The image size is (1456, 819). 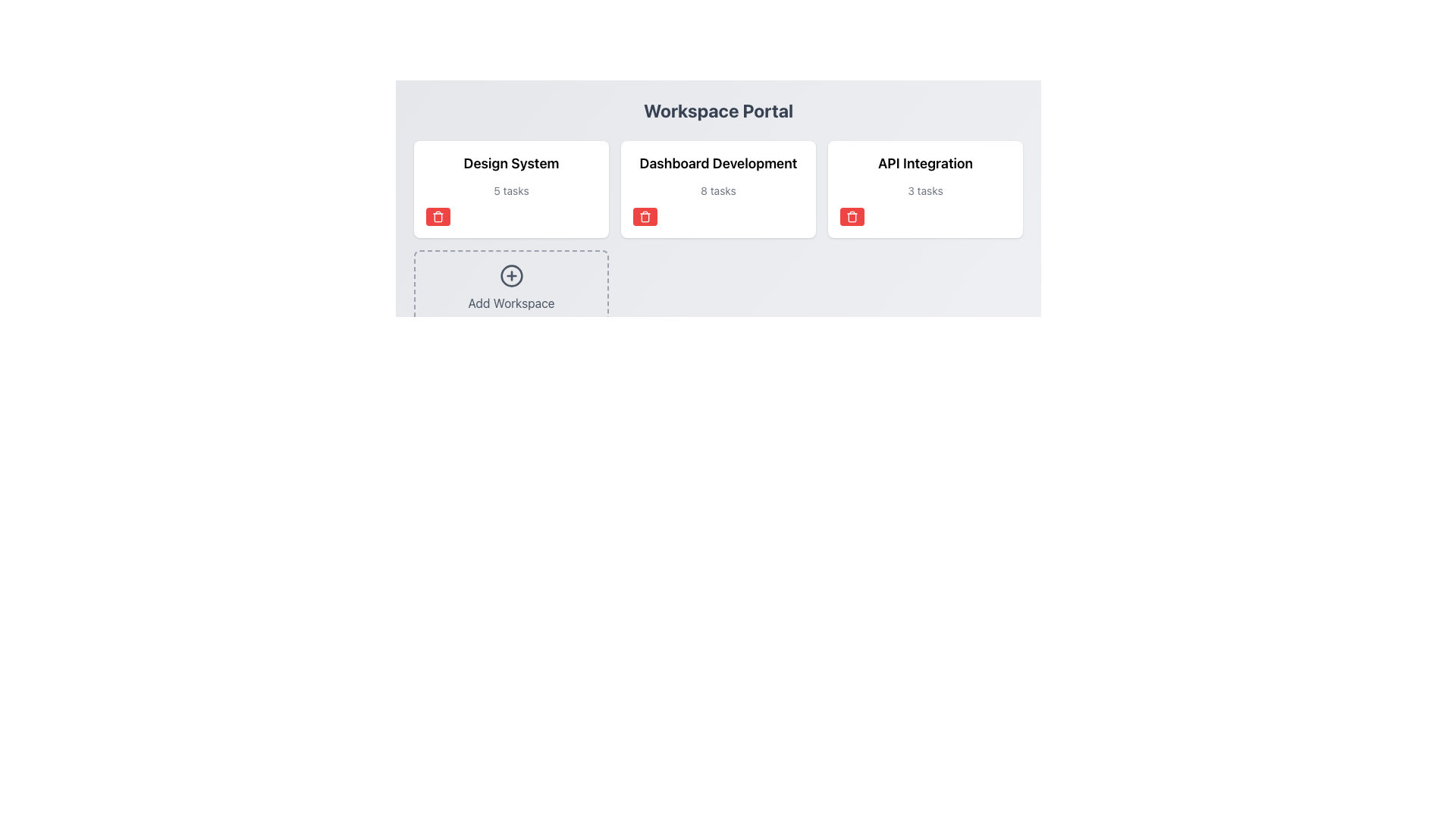 What do you see at coordinates (924, 190) in the screenshot?
I see `the text label displaying '3 tasks', which is styled in gray and positioned beneath the 'API Integration' header` at bounding box center [924, 190].